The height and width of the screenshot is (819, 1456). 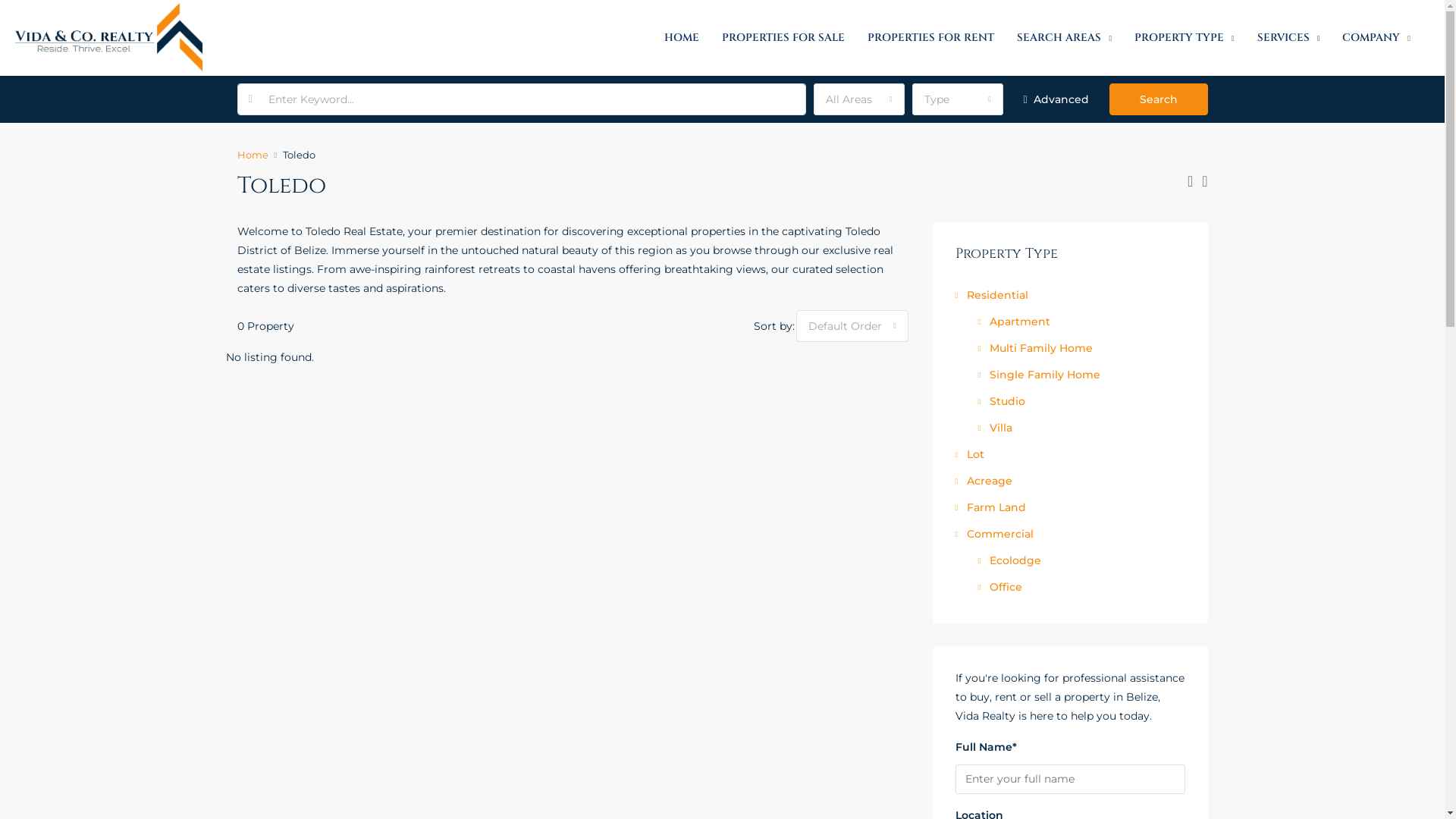 I want to click on 'Search', so click(x=1109, y=99).